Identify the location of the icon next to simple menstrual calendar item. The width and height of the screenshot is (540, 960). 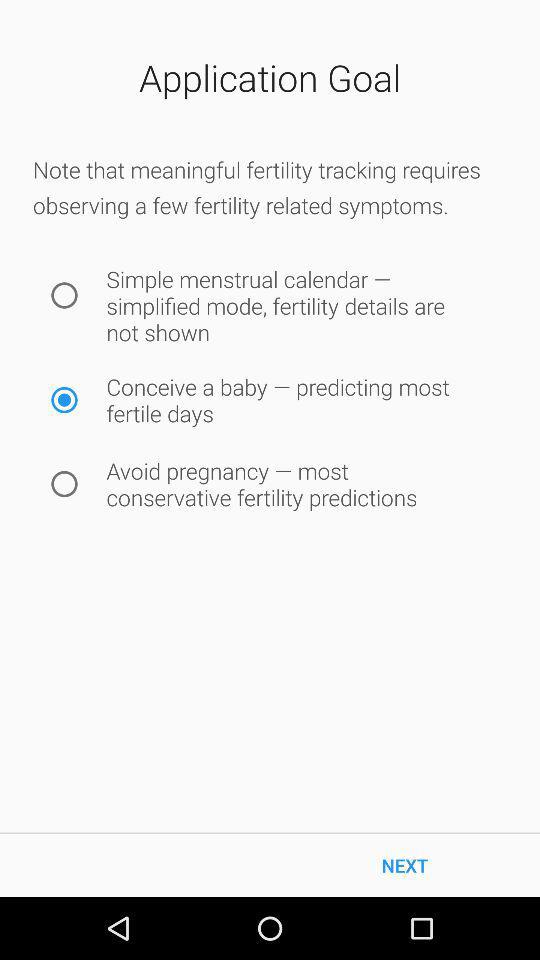
(64, 294).